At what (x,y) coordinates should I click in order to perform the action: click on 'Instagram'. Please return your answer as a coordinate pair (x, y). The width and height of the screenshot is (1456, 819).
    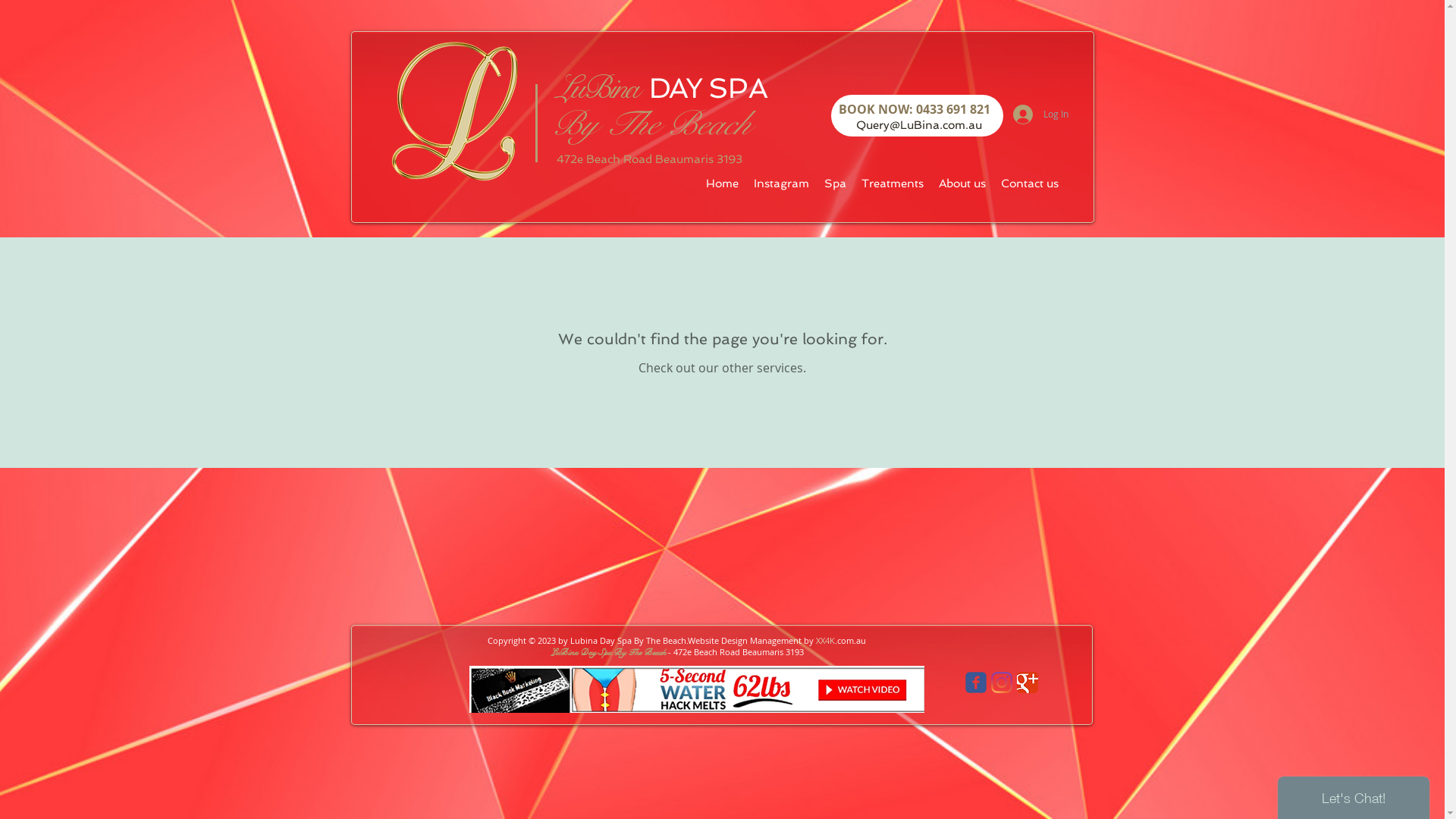
    Looking at the image, I should click on (781, 183).